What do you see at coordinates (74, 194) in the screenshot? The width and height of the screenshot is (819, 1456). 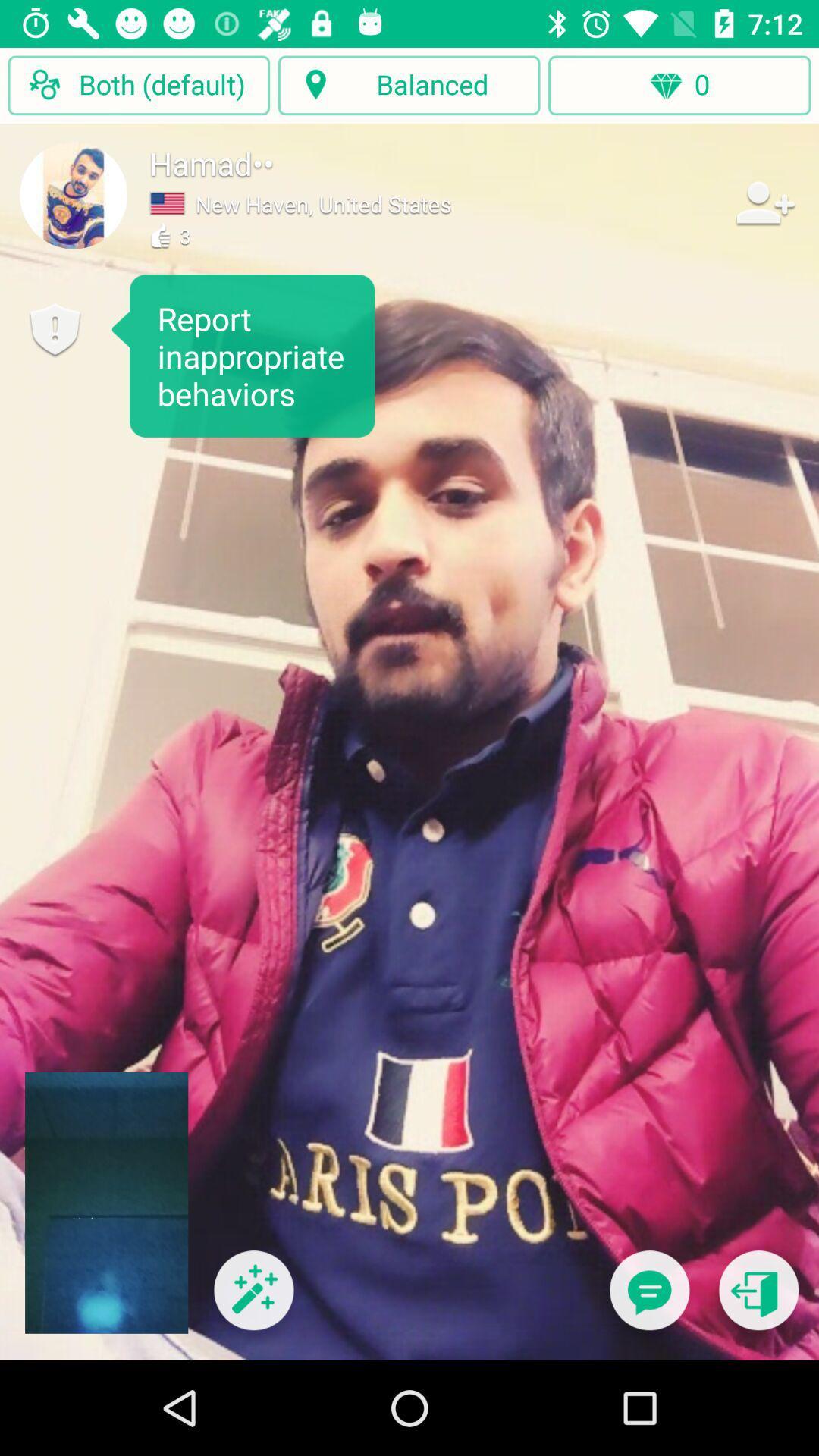 I see `the item below the both (default) item` at bounding box center [74, 194].